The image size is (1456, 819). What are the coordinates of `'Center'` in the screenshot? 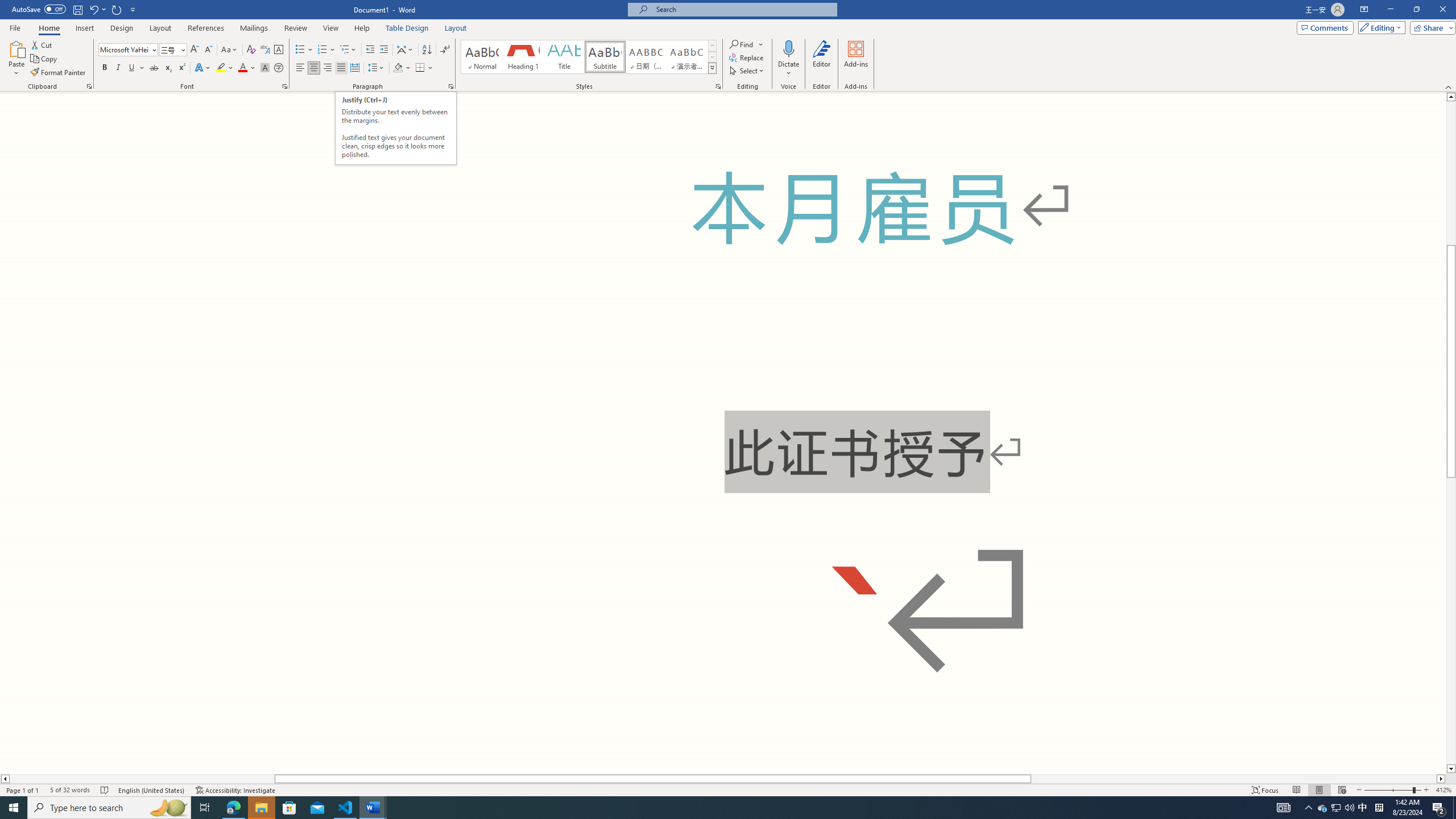 It's located at (313, 67).